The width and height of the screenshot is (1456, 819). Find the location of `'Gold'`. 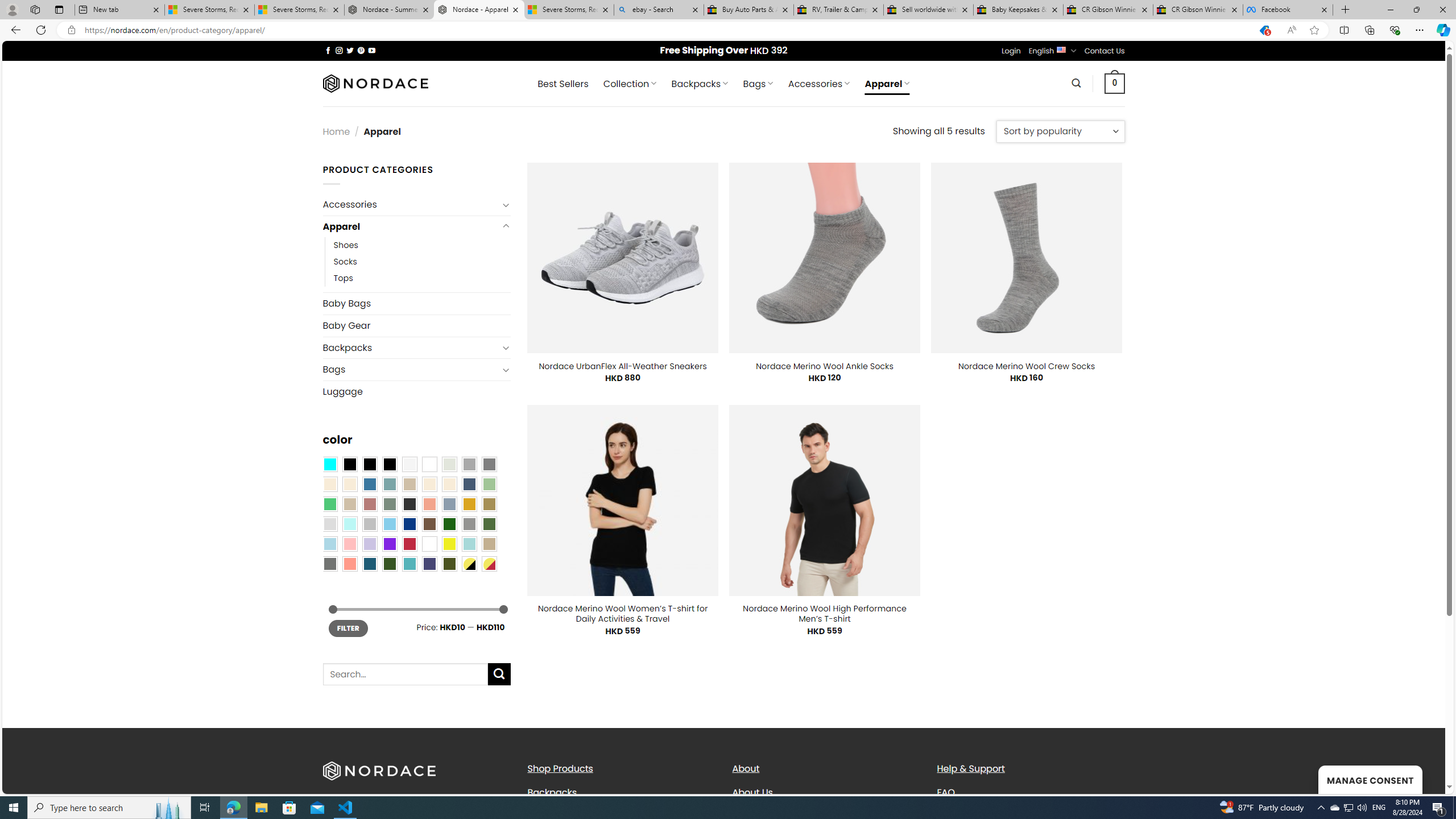

'Gold' is located at coordinates (468, 503).